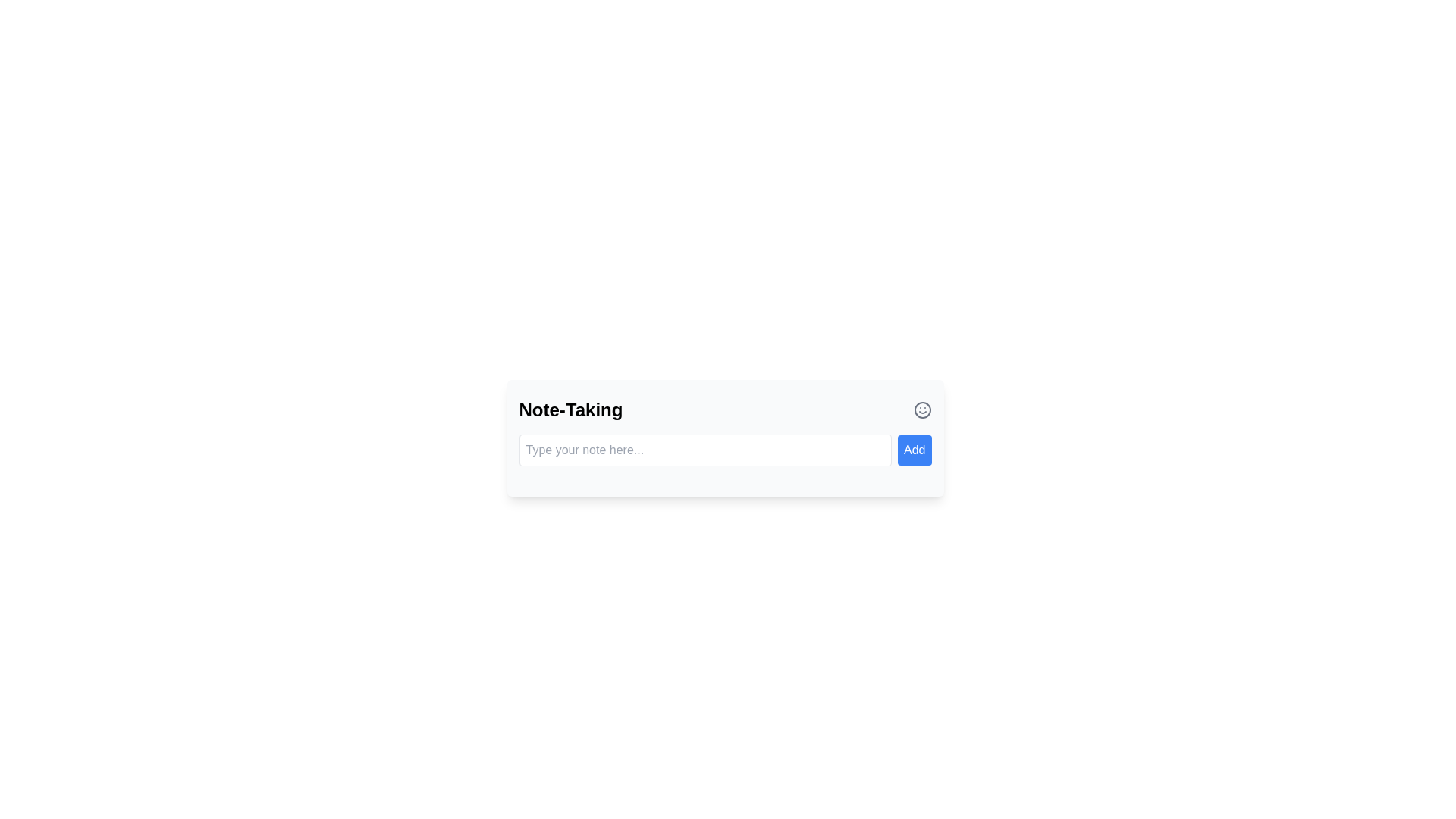 This screenshot has height=819, width=1456. Describe the element at coordinates (921, 409) in the screenshot. I see `the decorative or status-related indicator icon located in the header of the 'Note-Taking' section, positioned to the far right of the header line next to the 'Note-Taking' title` at that location.